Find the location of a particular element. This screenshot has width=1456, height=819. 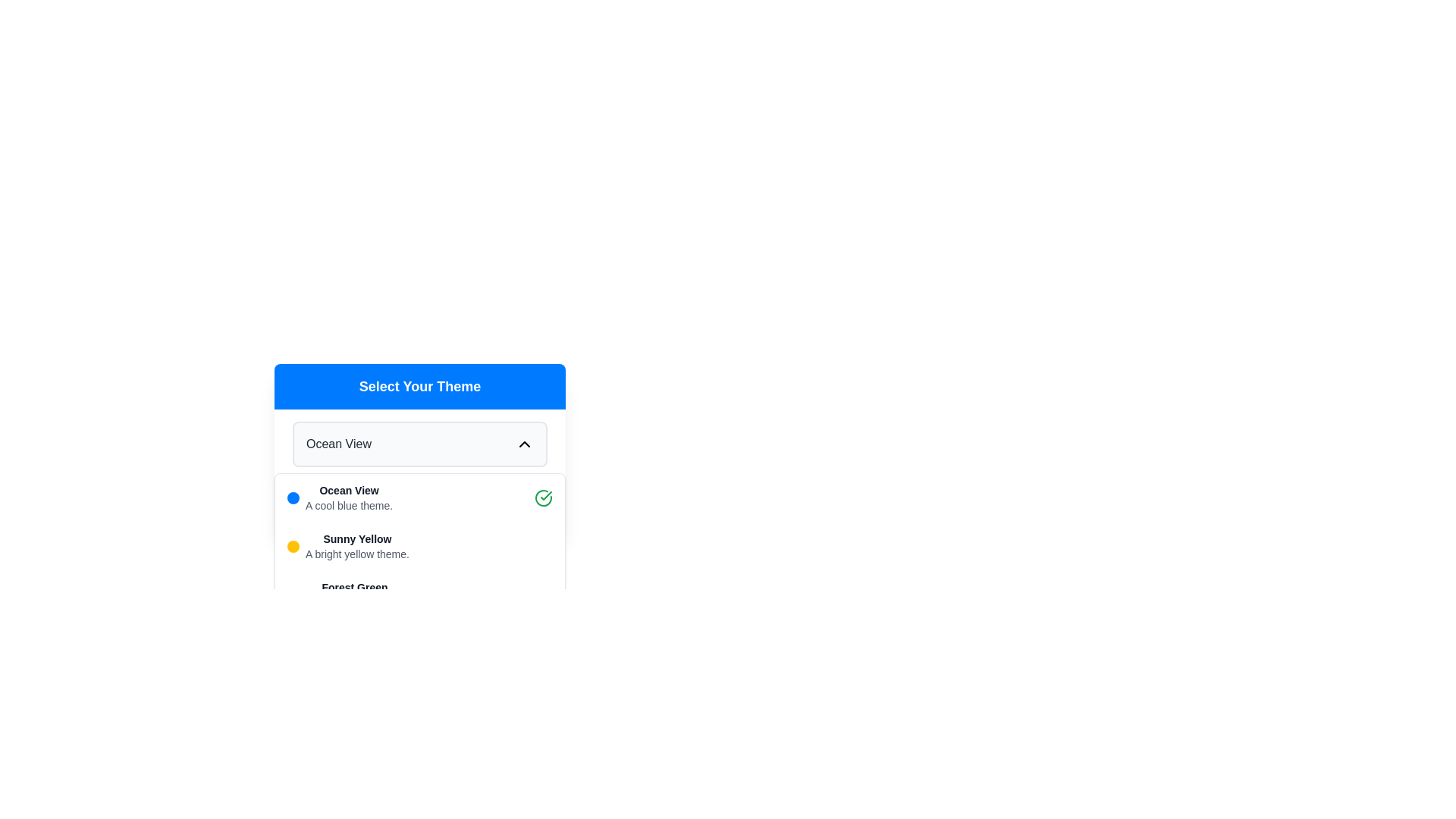

the 'Ocean View' theme icon, which is the last sibling in the theme selector dropdown, located to the far right of the text and color indicator dot is located at coordinates (543, 497).